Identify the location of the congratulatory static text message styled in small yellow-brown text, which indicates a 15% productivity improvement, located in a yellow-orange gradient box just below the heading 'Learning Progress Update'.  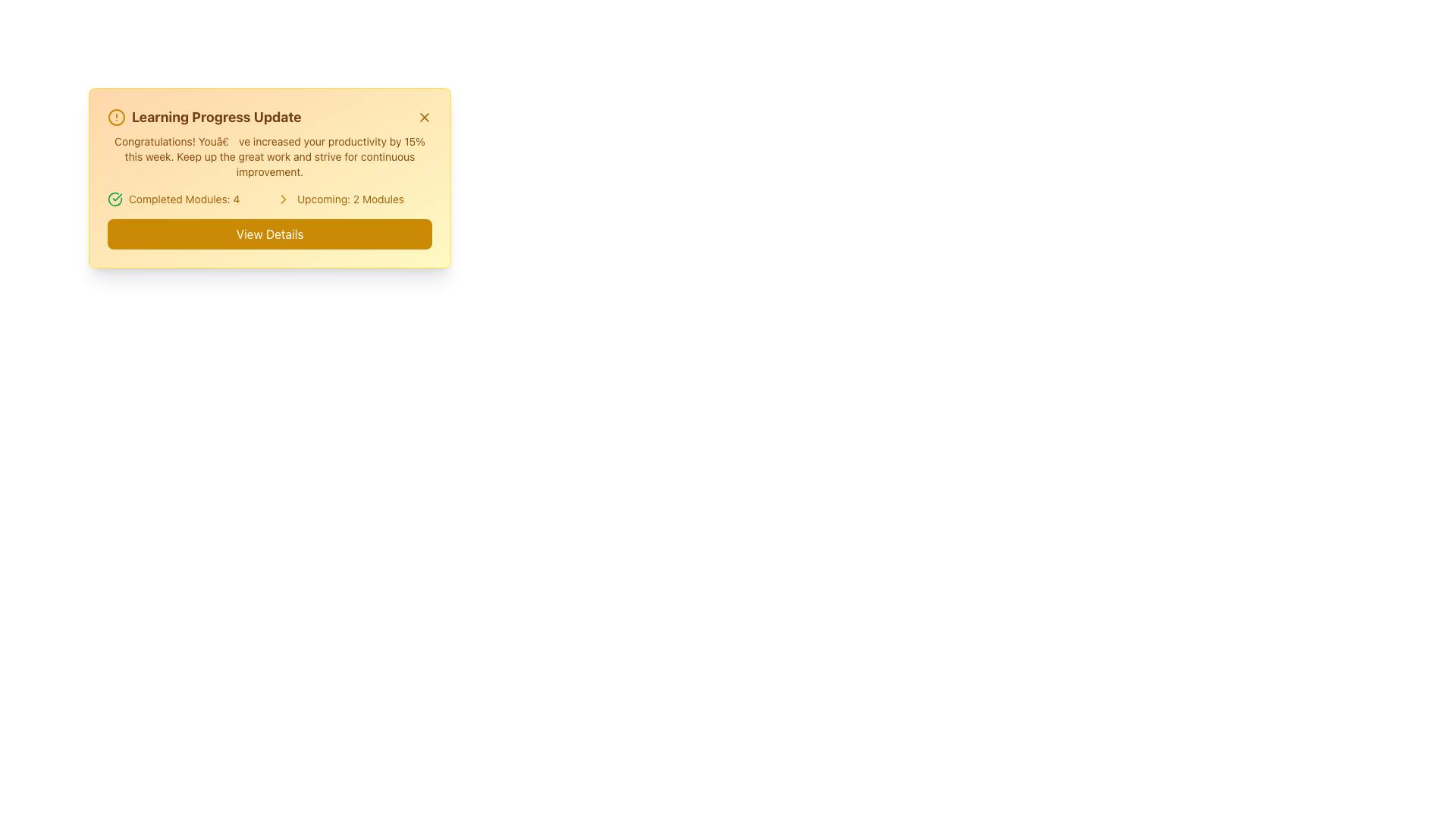
(269, 157).